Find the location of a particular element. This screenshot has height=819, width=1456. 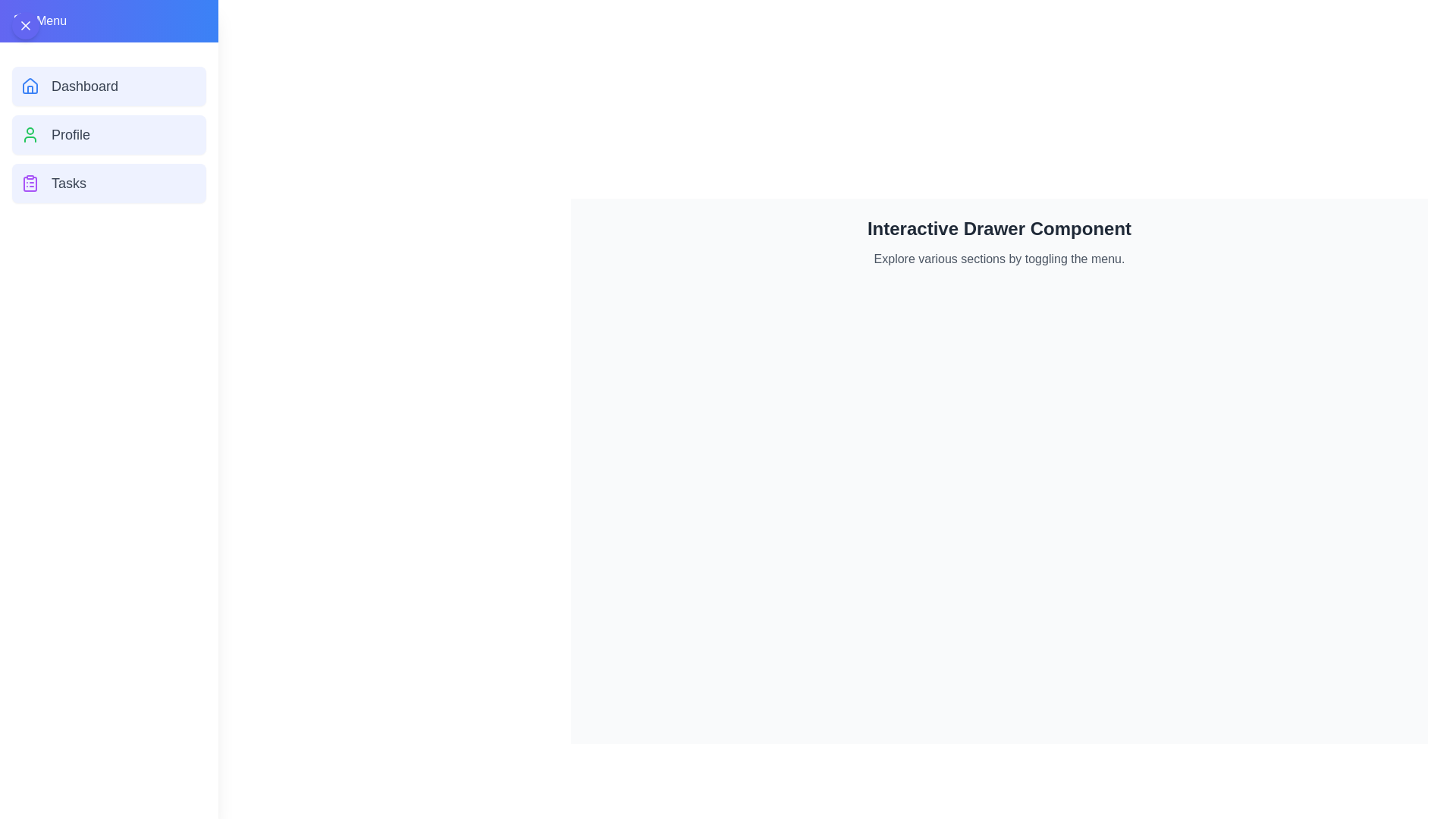

button with the 'X' icon located at the top-left corner of the screen to toggle the drawer menu is located at coordinates (25, 26).